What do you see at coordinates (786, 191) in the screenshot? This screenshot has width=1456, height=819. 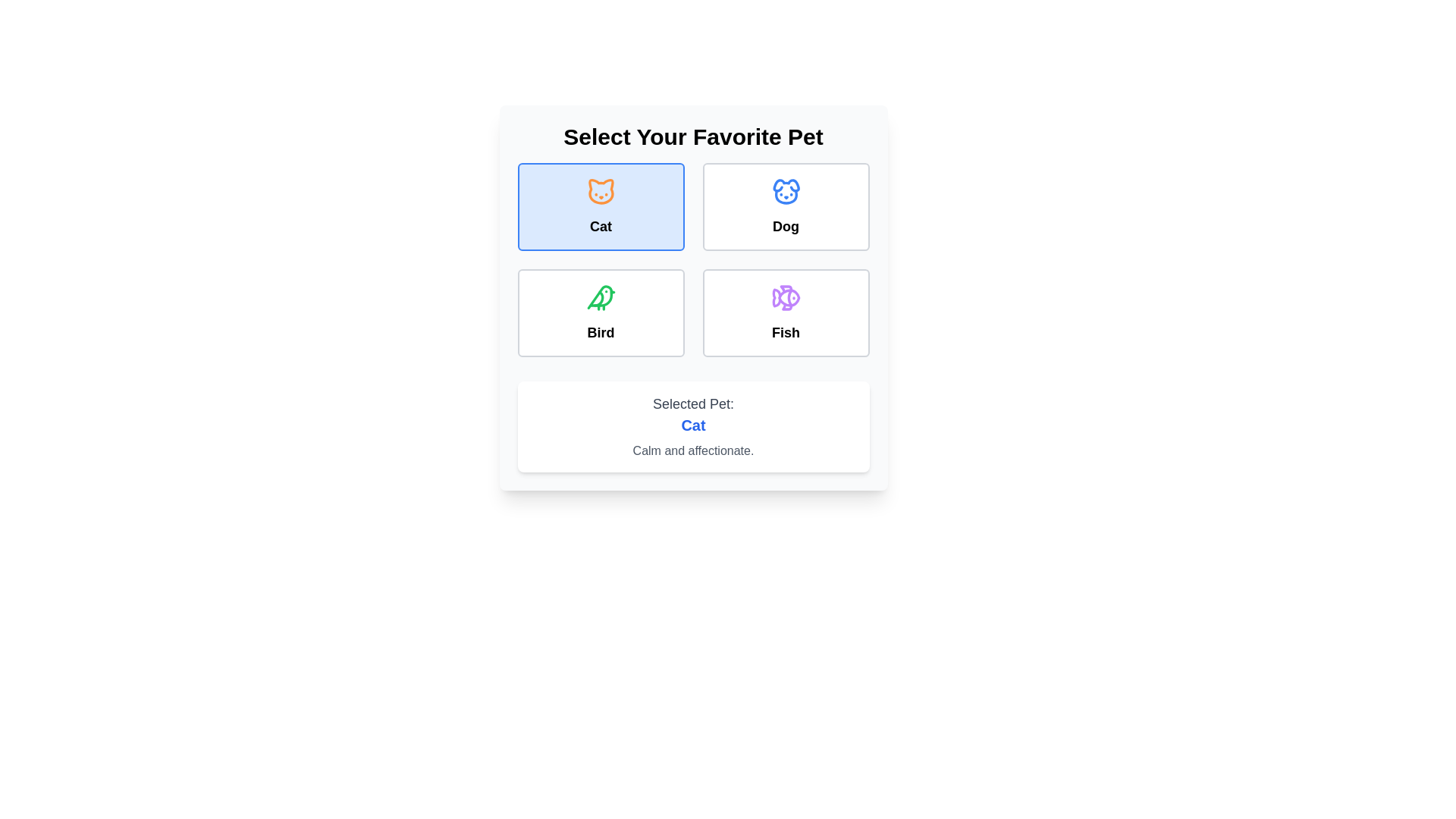 I see `the 'Dog' icon in the pet selection interface, located at the top section of the 'Dog' card in the upper right quadrant of the main selection grid` at bounding box center [786, 191].